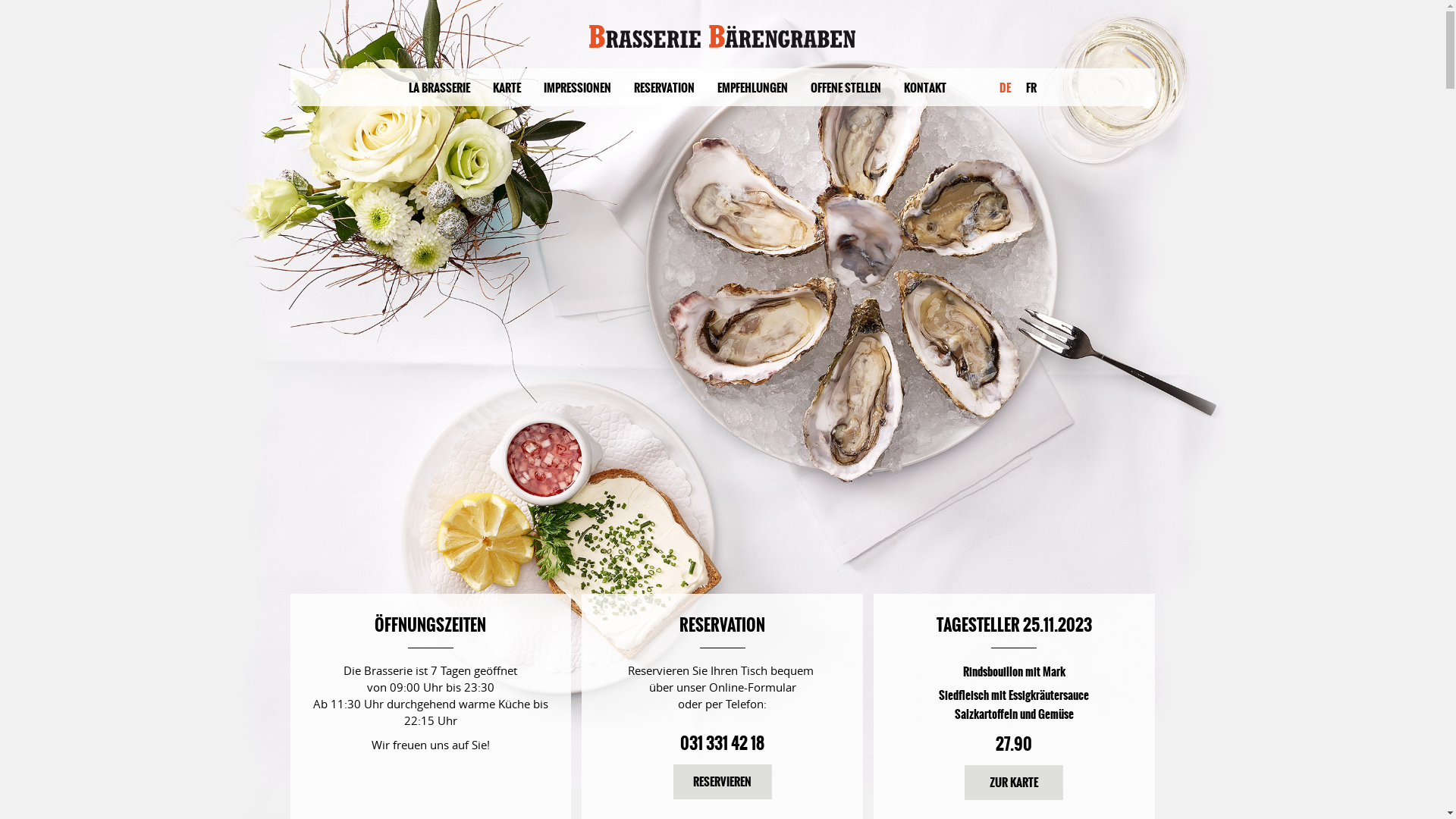  What do you see at coordinates (1014, 783) in the screenshot?
I see `'ZUR KARTE'` at bounding box center [1014, 783].